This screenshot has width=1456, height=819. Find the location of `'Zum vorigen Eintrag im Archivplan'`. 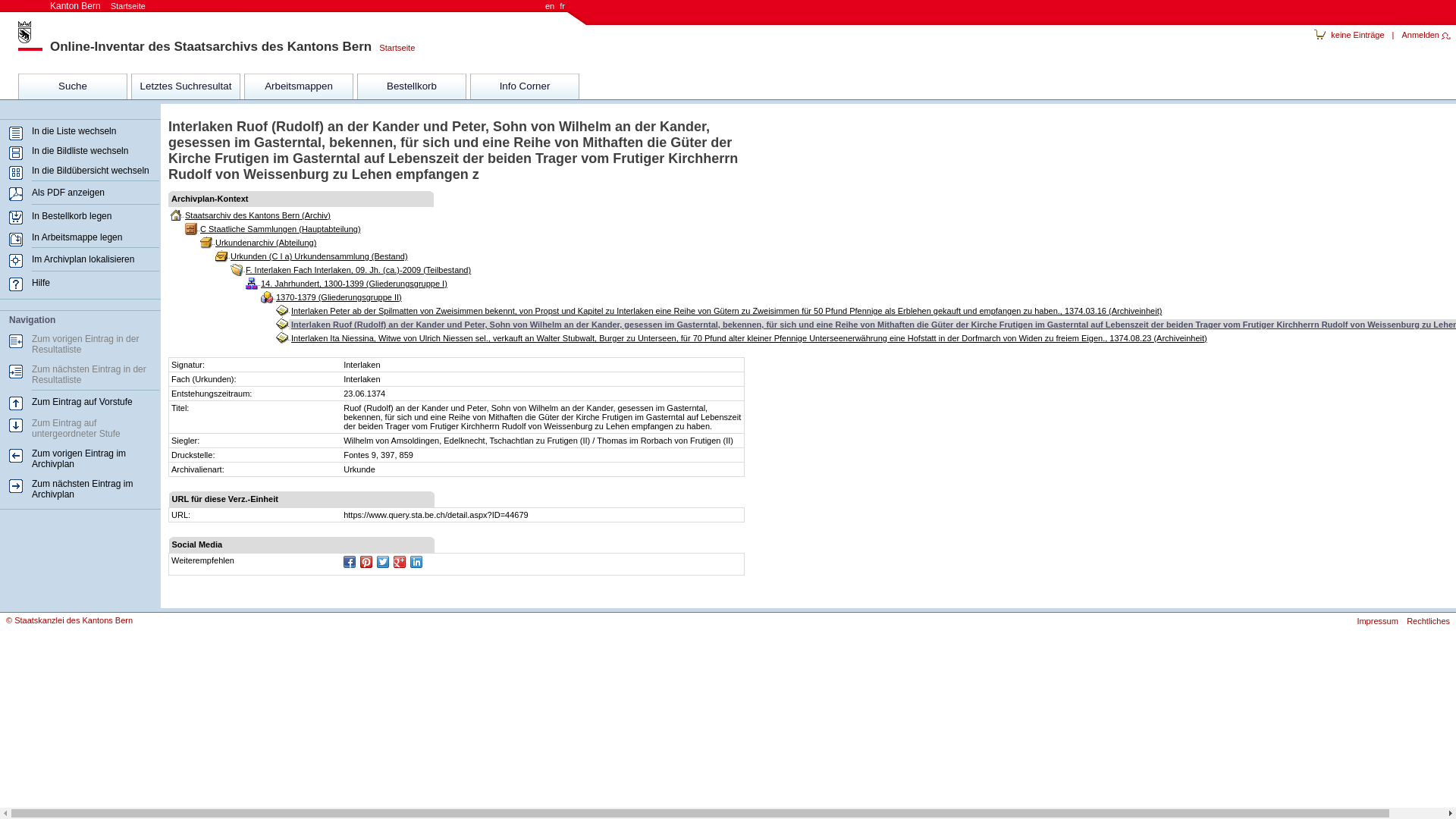

'Zum vorigen Eintrag im Archivplan' is located at coordinates (78, 458).